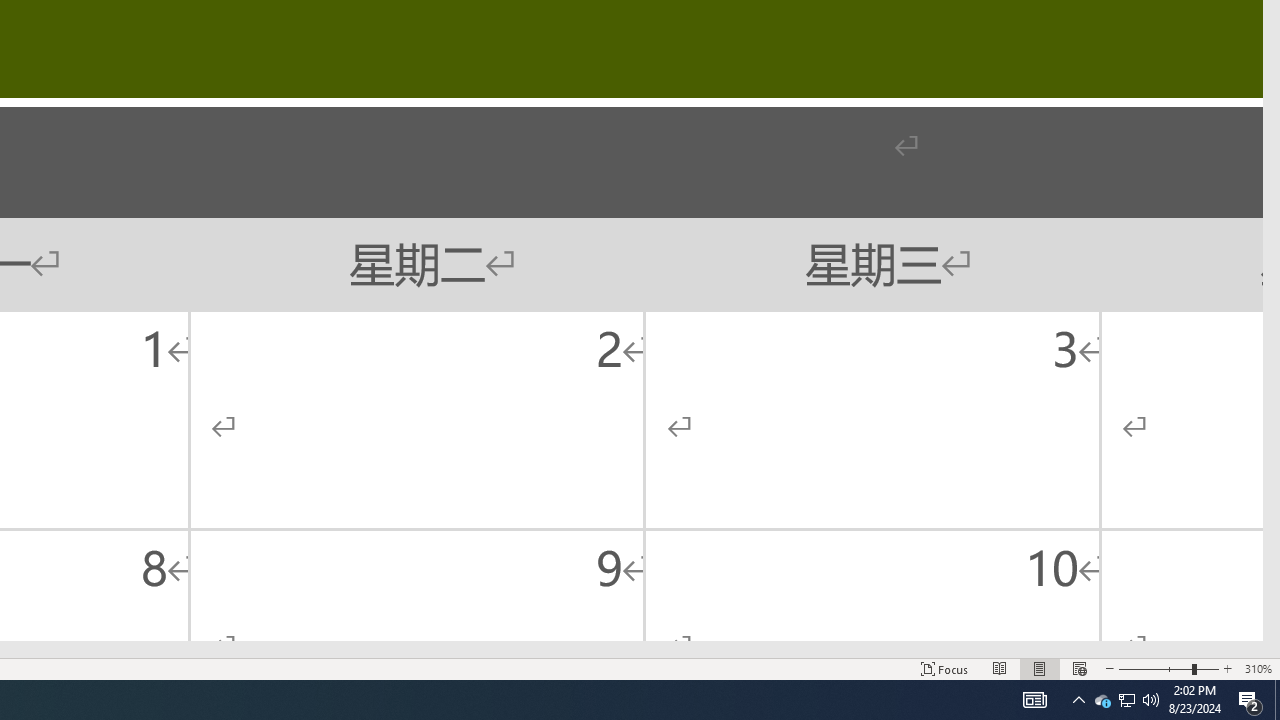 This screenshot has width=1280, height=720. Describe the element at coordinates (1040, 669) in the screenshot. I see `'Print Layout'` at that location.